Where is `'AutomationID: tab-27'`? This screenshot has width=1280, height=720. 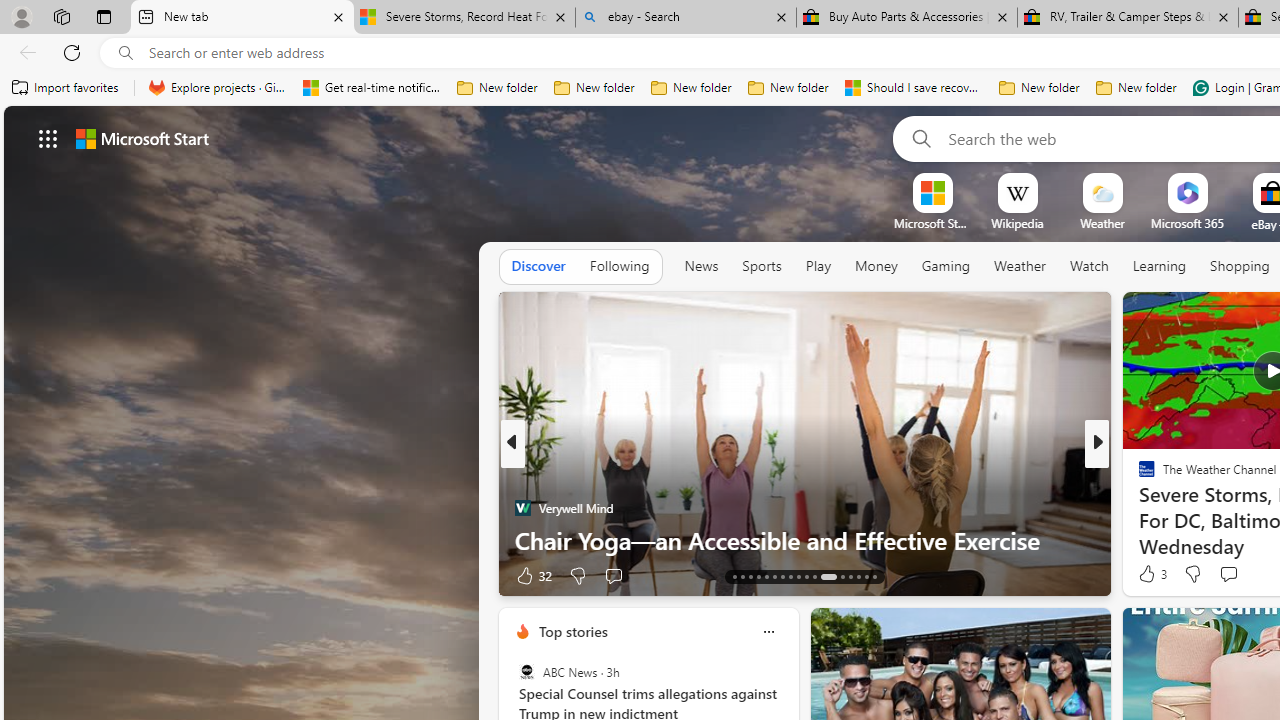
'AutomationID: tab-27' is located at coordinates (858, 577).